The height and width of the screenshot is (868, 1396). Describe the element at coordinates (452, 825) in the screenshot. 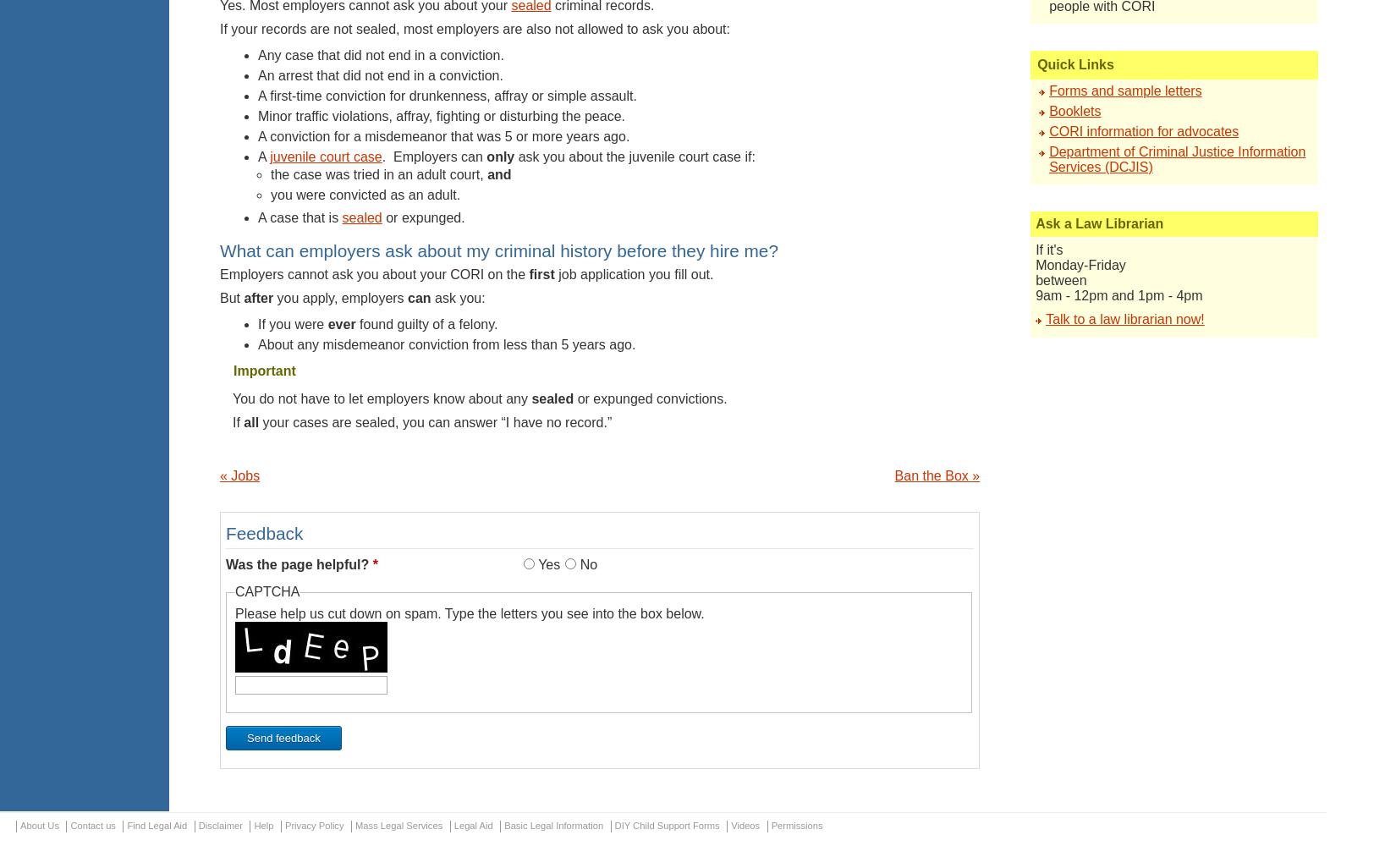

I see `'Legal Aid'` at that location.